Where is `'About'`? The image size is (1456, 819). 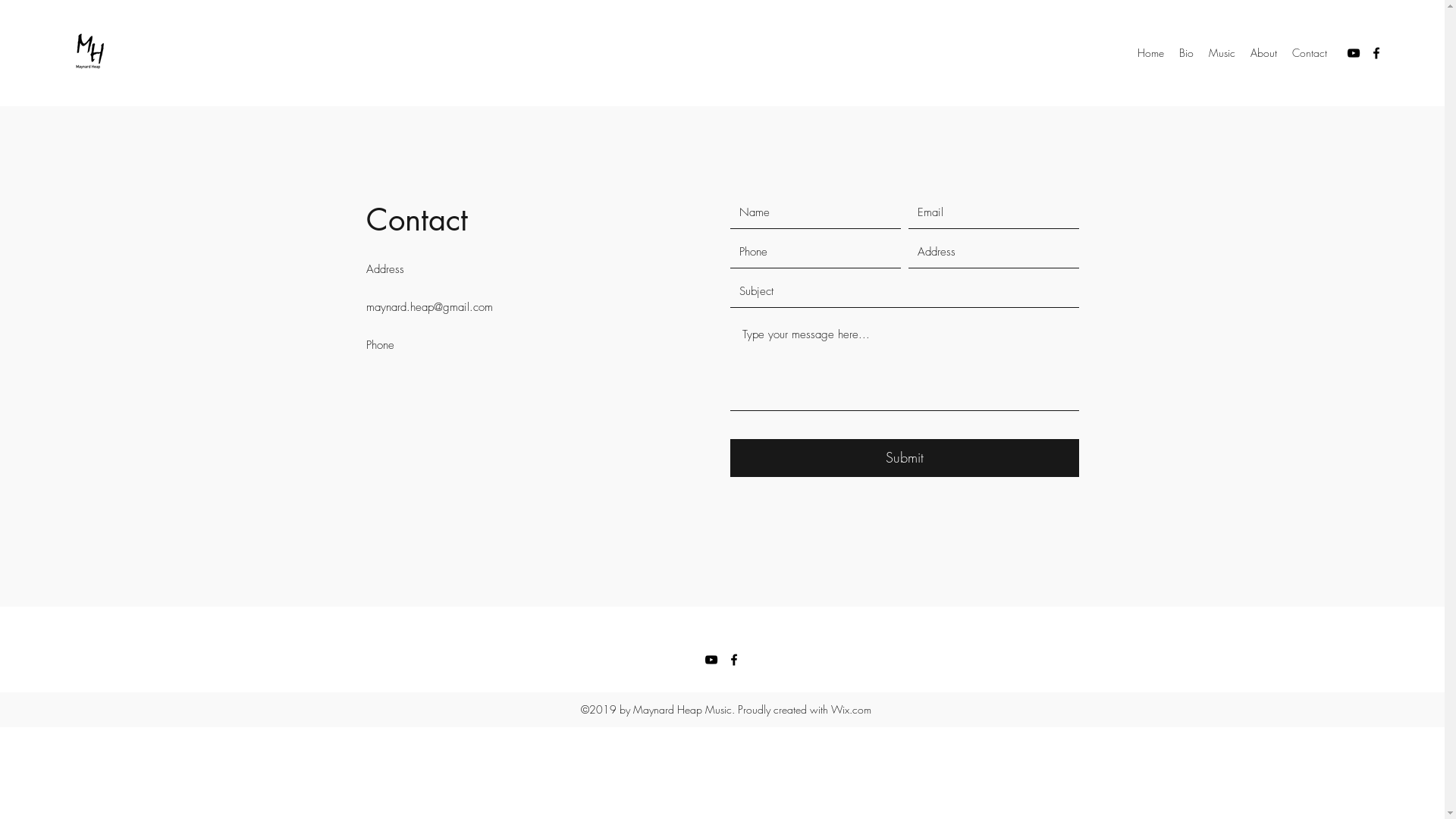 'About' is located at coordinates (1263, 52).